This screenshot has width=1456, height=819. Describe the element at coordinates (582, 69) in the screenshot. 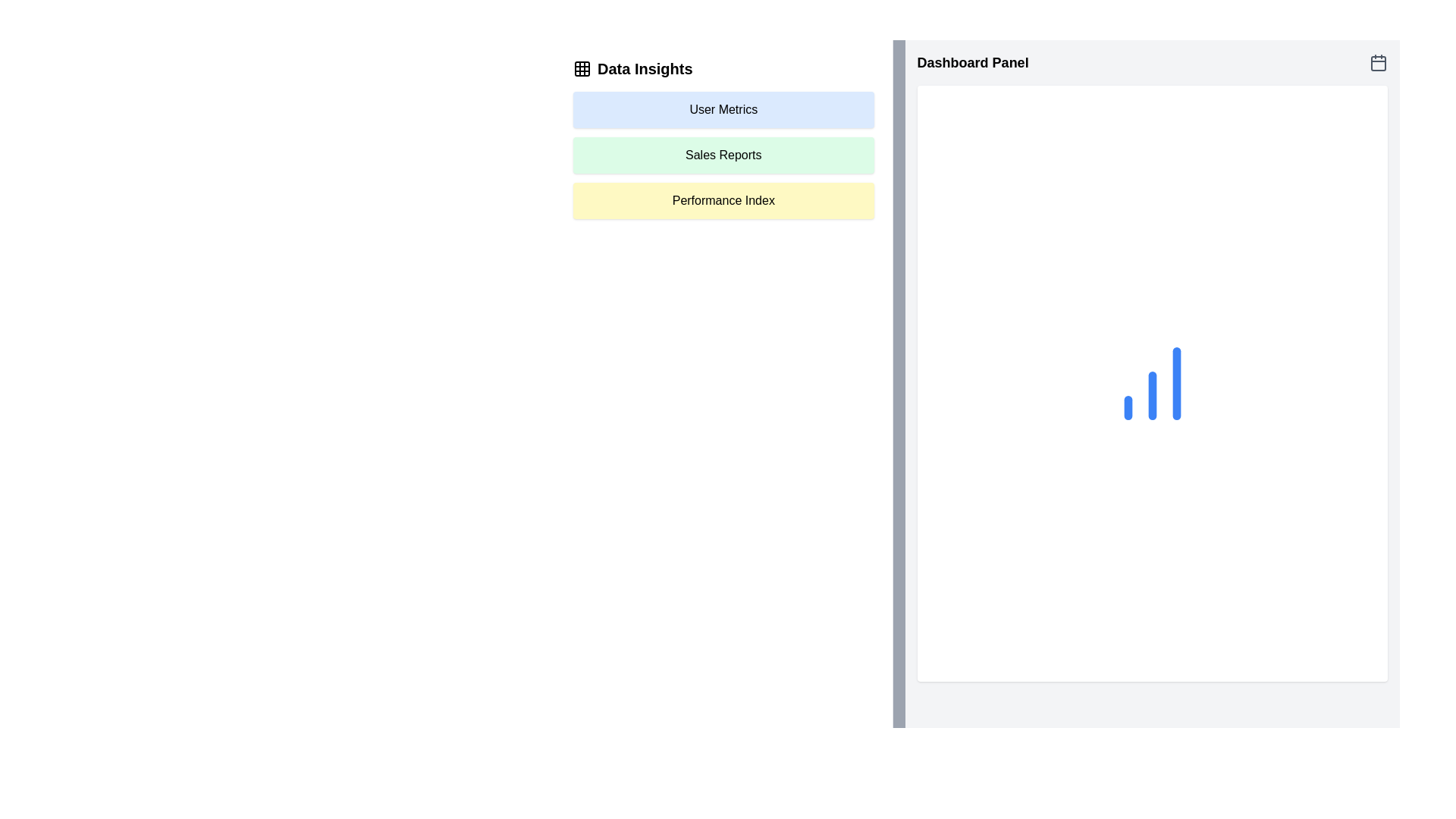

I see `the 3x3 grid icon located to the immediate left of the 'Data Insights' text, which serves as a heading for the section` at that location.